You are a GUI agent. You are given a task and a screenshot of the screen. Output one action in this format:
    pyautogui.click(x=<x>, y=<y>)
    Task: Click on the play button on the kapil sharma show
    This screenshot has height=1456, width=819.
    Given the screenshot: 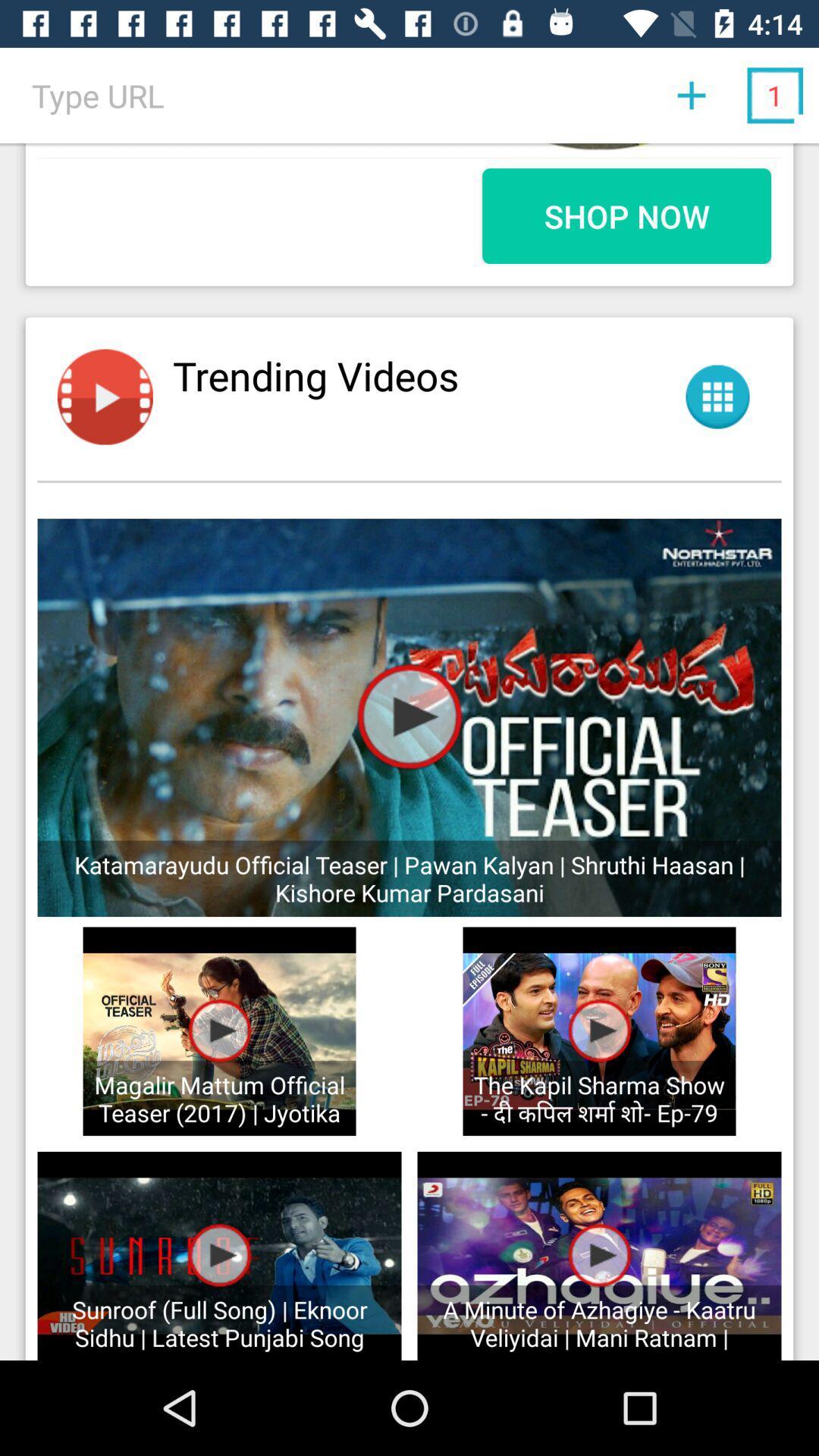 What is the action you would take?
    pyautogui.click(x=598, y=1031)
    